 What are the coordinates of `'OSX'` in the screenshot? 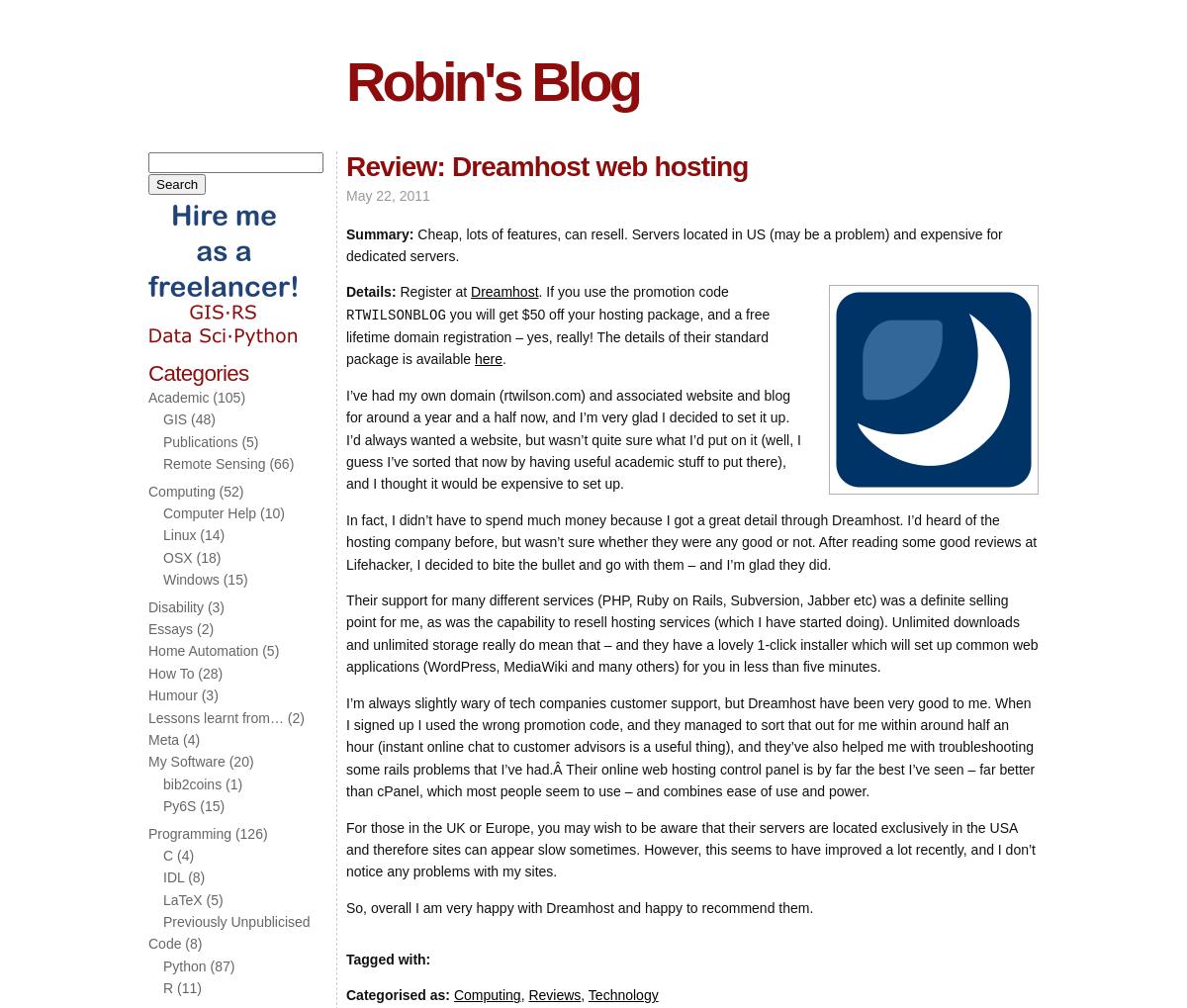 It's located at (176, 555).